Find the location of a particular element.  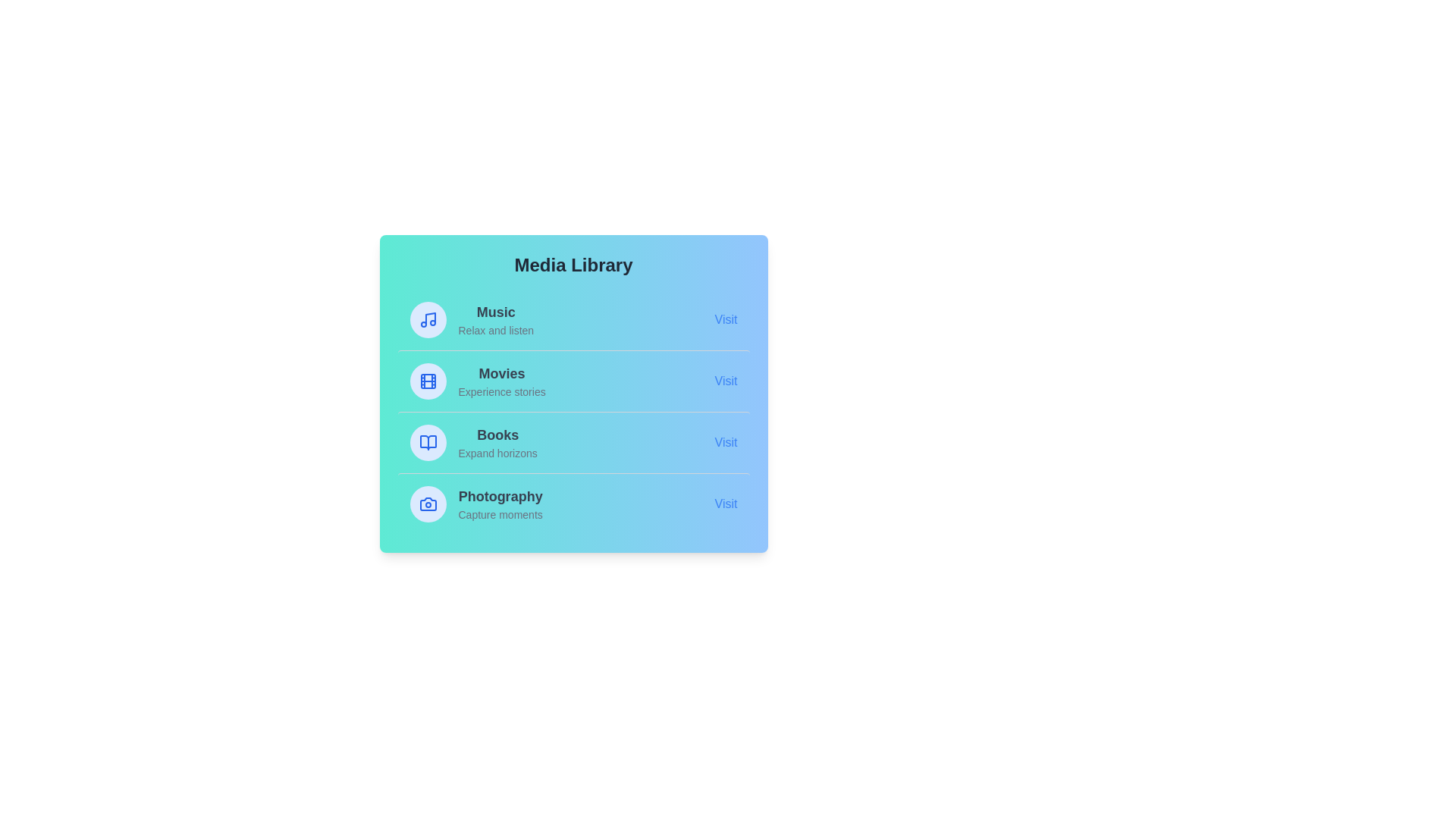

the icon representing Movies in the Media Library is located at coordinates (427, 380).